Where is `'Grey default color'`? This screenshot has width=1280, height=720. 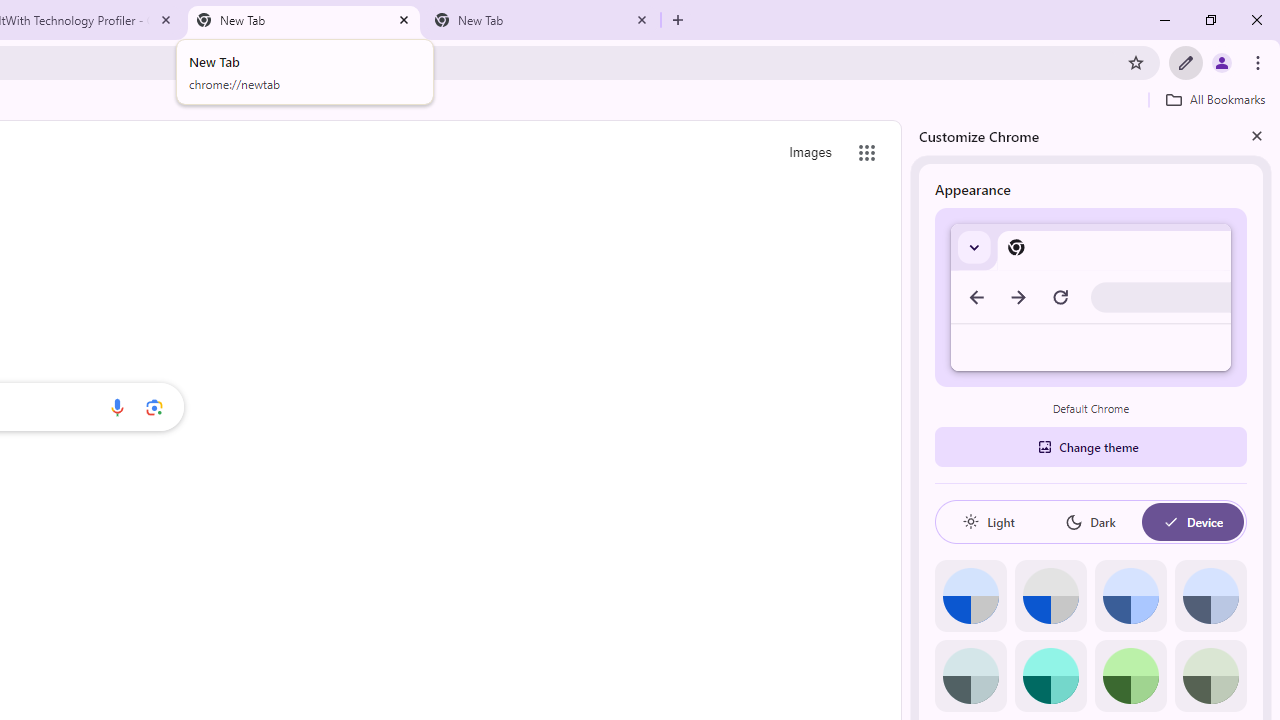 'Grey default color' is located at coordinates (1049, 595).